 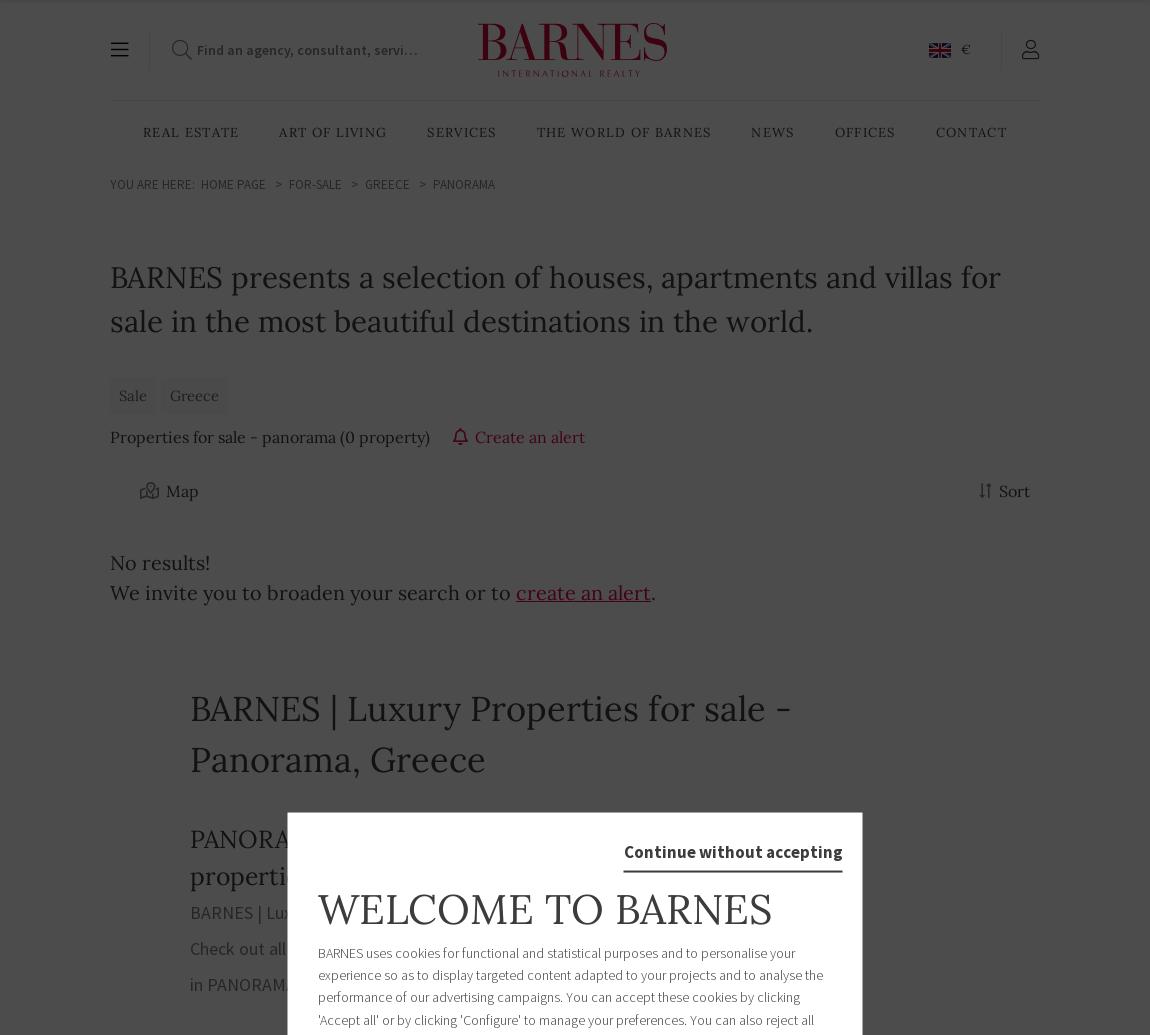 What do you see at coordinates (868, 121) in the screenshot?
I see `'English'` at bounding box center [868, 121].